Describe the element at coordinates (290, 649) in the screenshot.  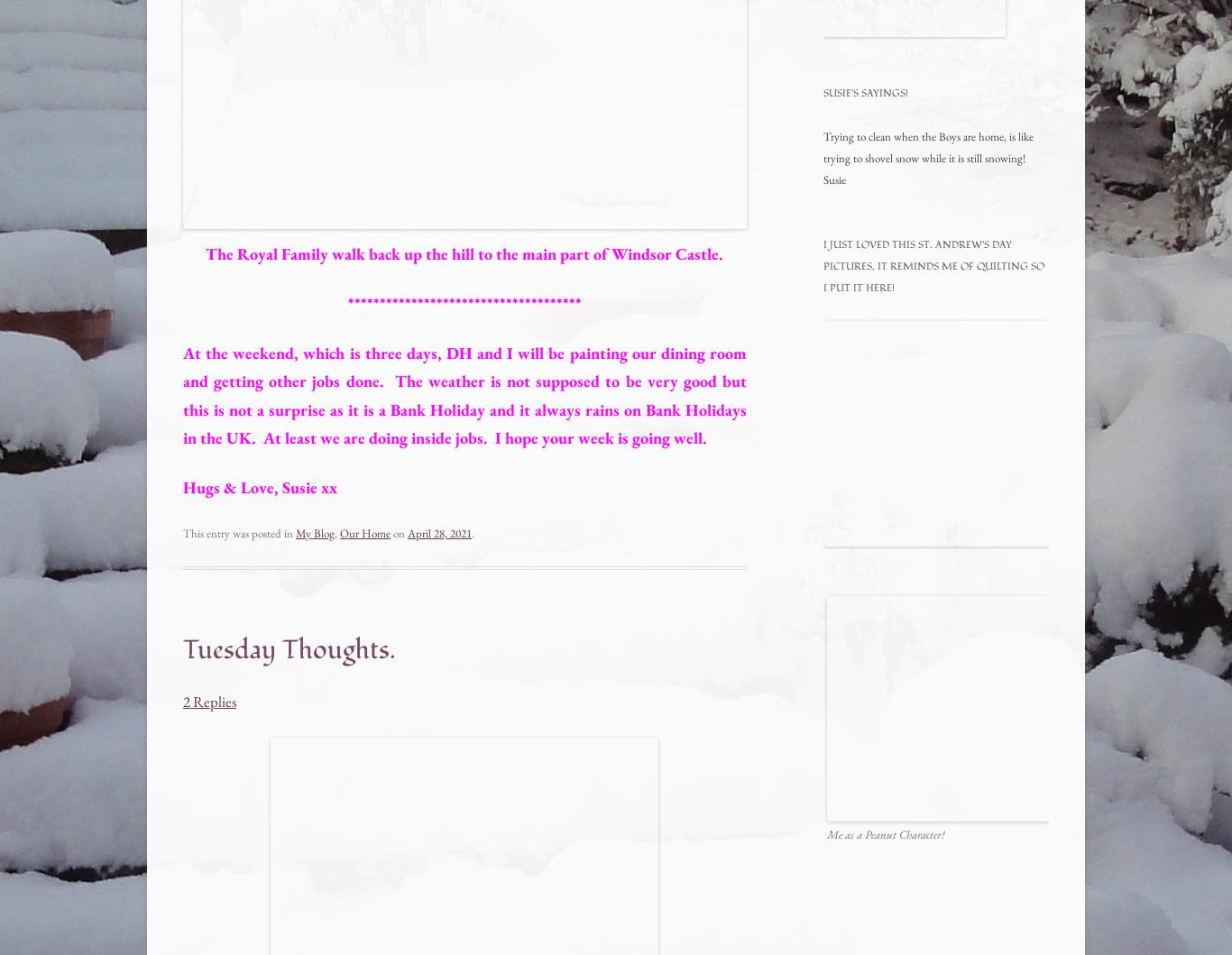
I see `'Tuesday Thoughts.'` at that location.